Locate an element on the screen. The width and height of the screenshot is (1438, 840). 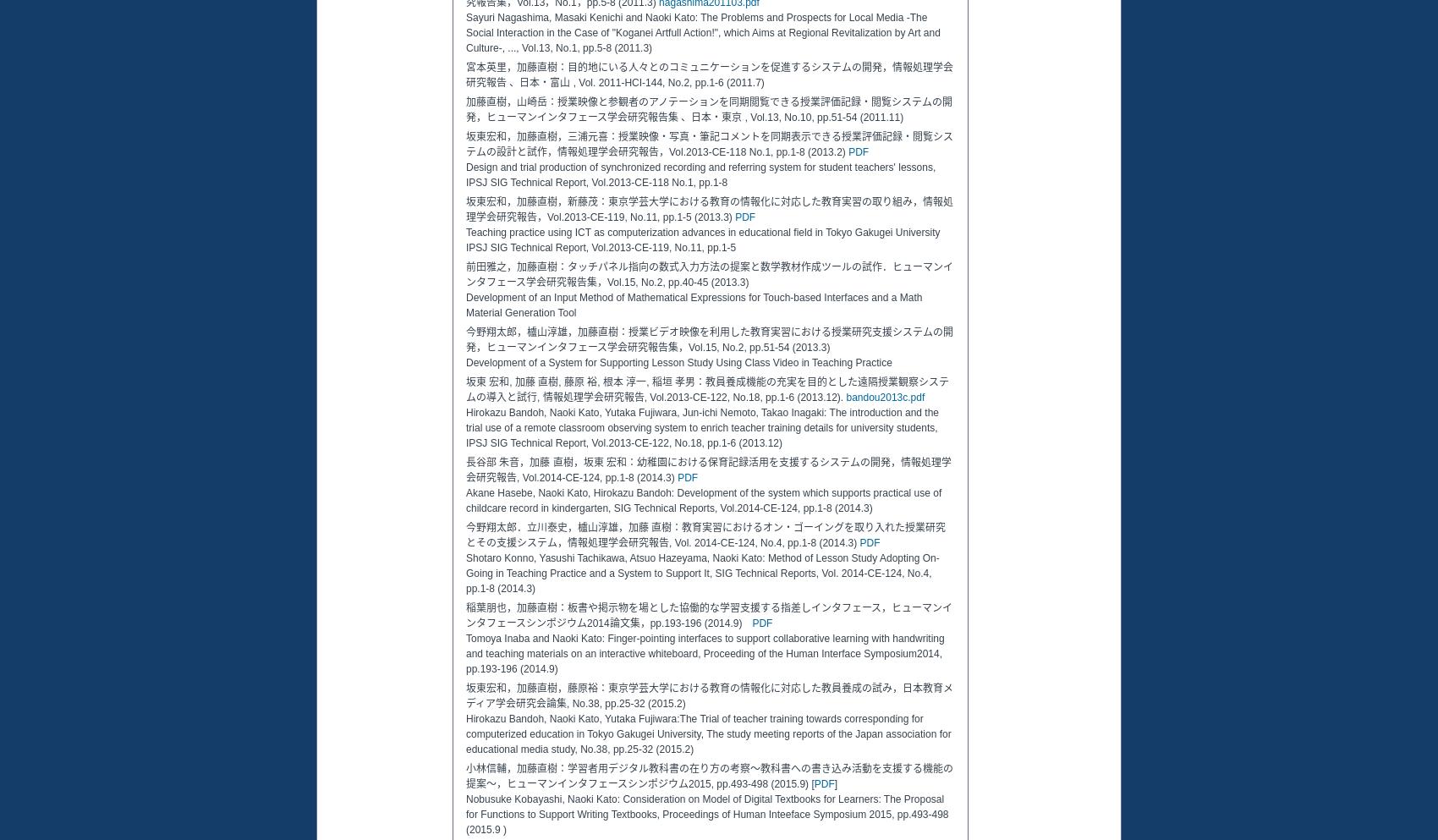
'bandou2013c.pdf' is located at coordinates (884, 396).